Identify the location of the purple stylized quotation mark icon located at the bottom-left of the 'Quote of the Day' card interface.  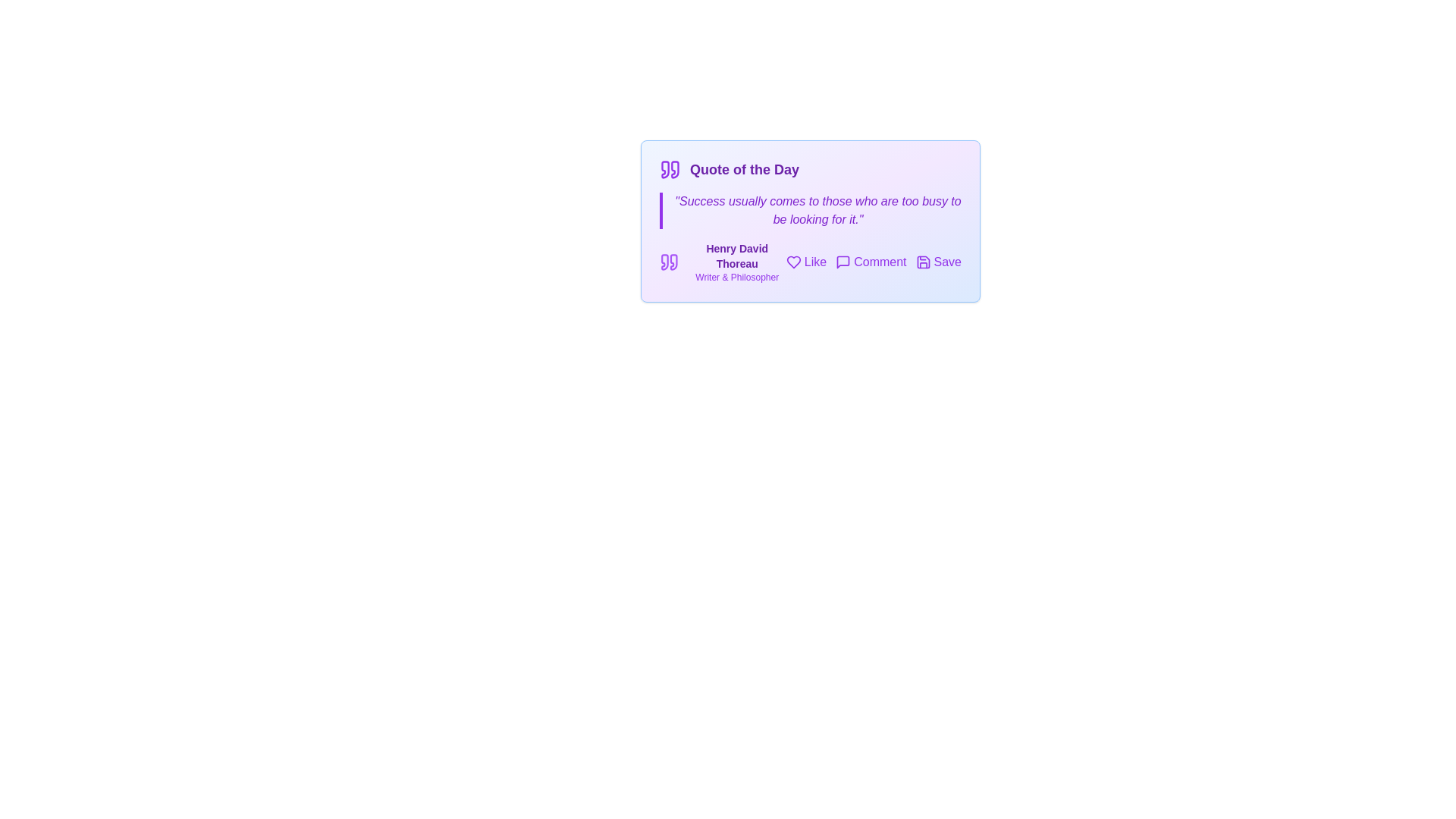
(664, 262).